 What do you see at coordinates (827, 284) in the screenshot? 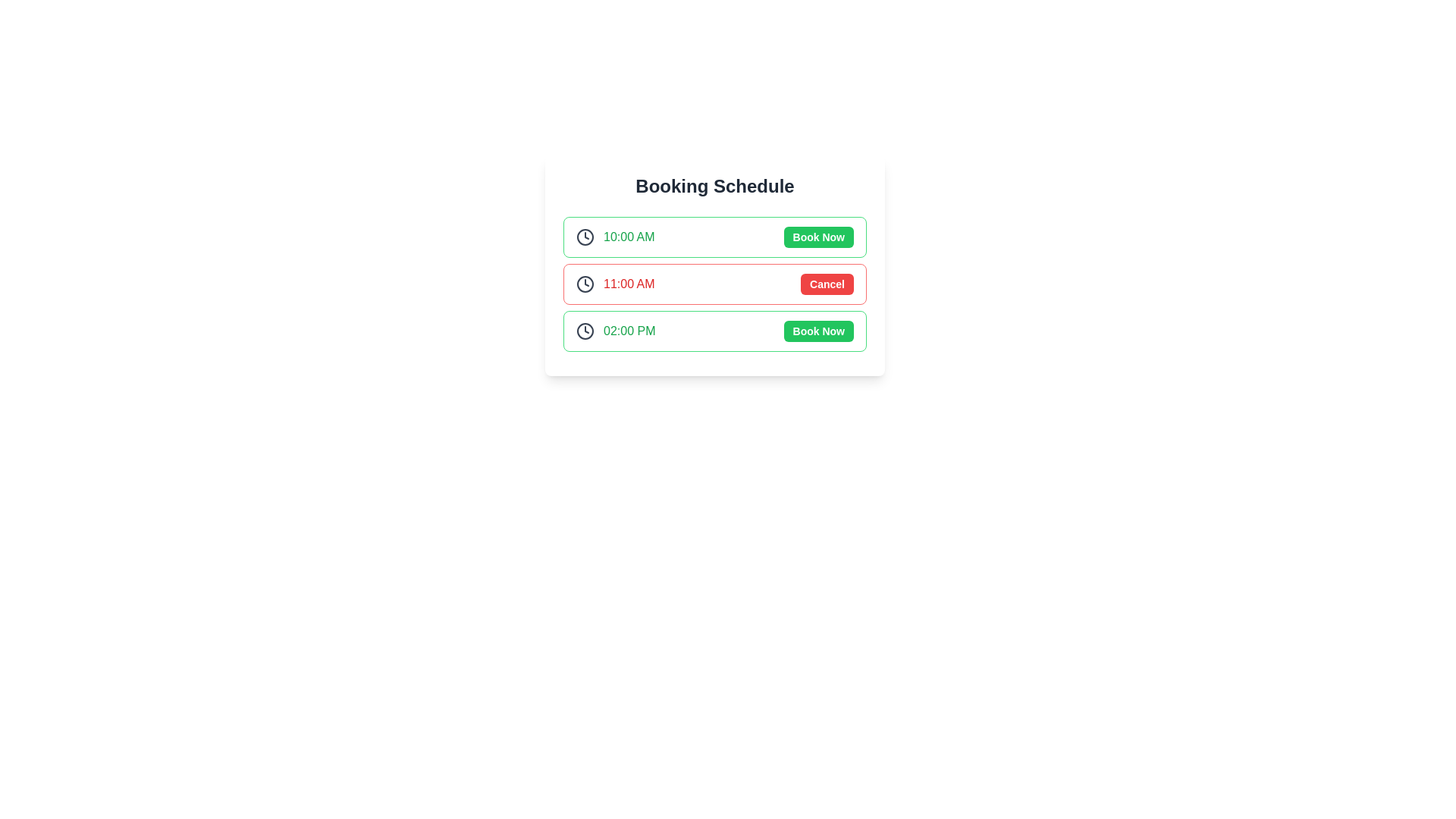
I see `the 'Cancel' button with a bright red background and white bold text located at the right side of the 11:00 AM slot in the schedule` at bounding box center [827, 284].